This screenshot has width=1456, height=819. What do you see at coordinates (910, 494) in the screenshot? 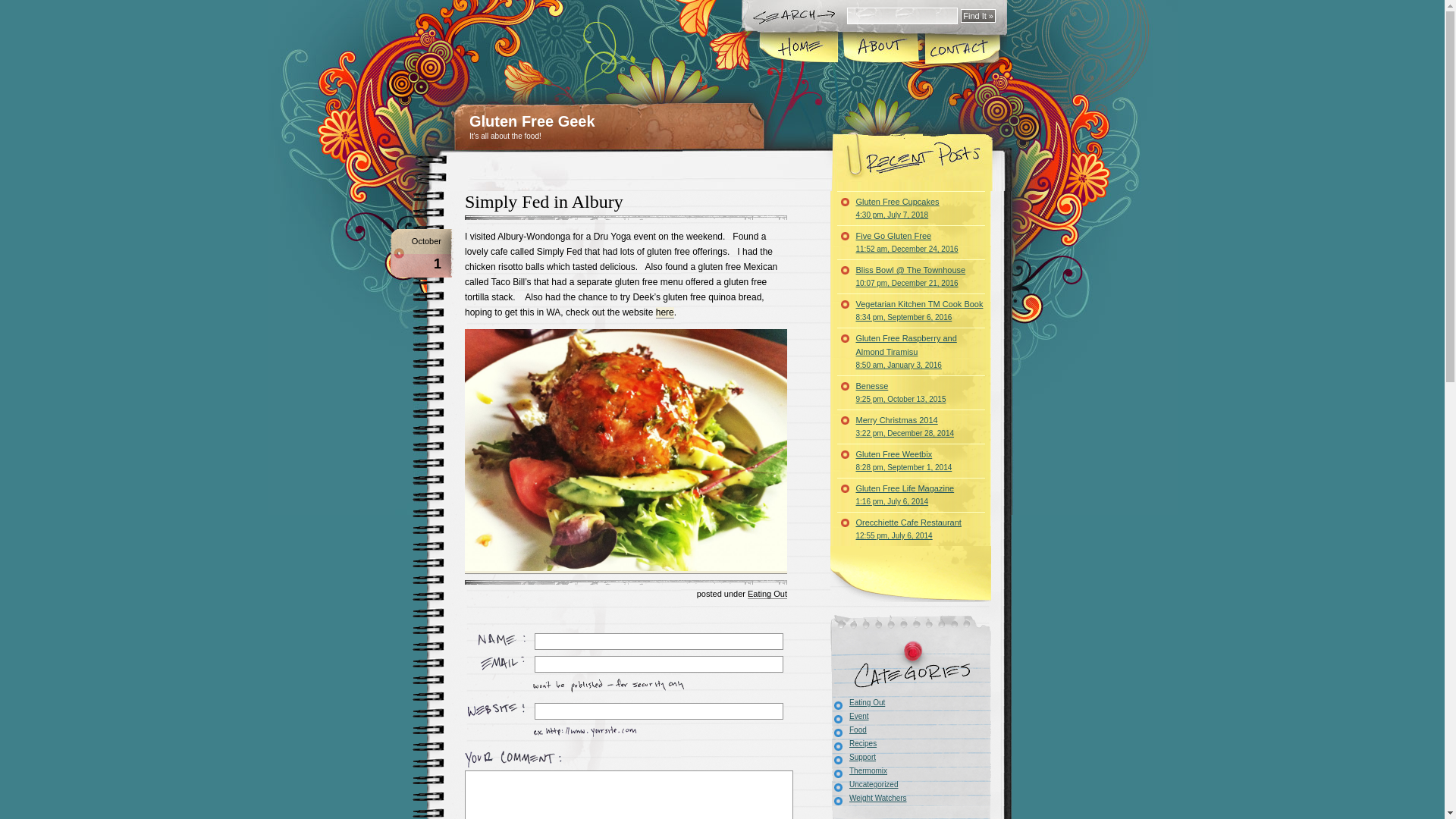
I see `'Gluten Free Life Magazine` at bounding box center [910, 494].